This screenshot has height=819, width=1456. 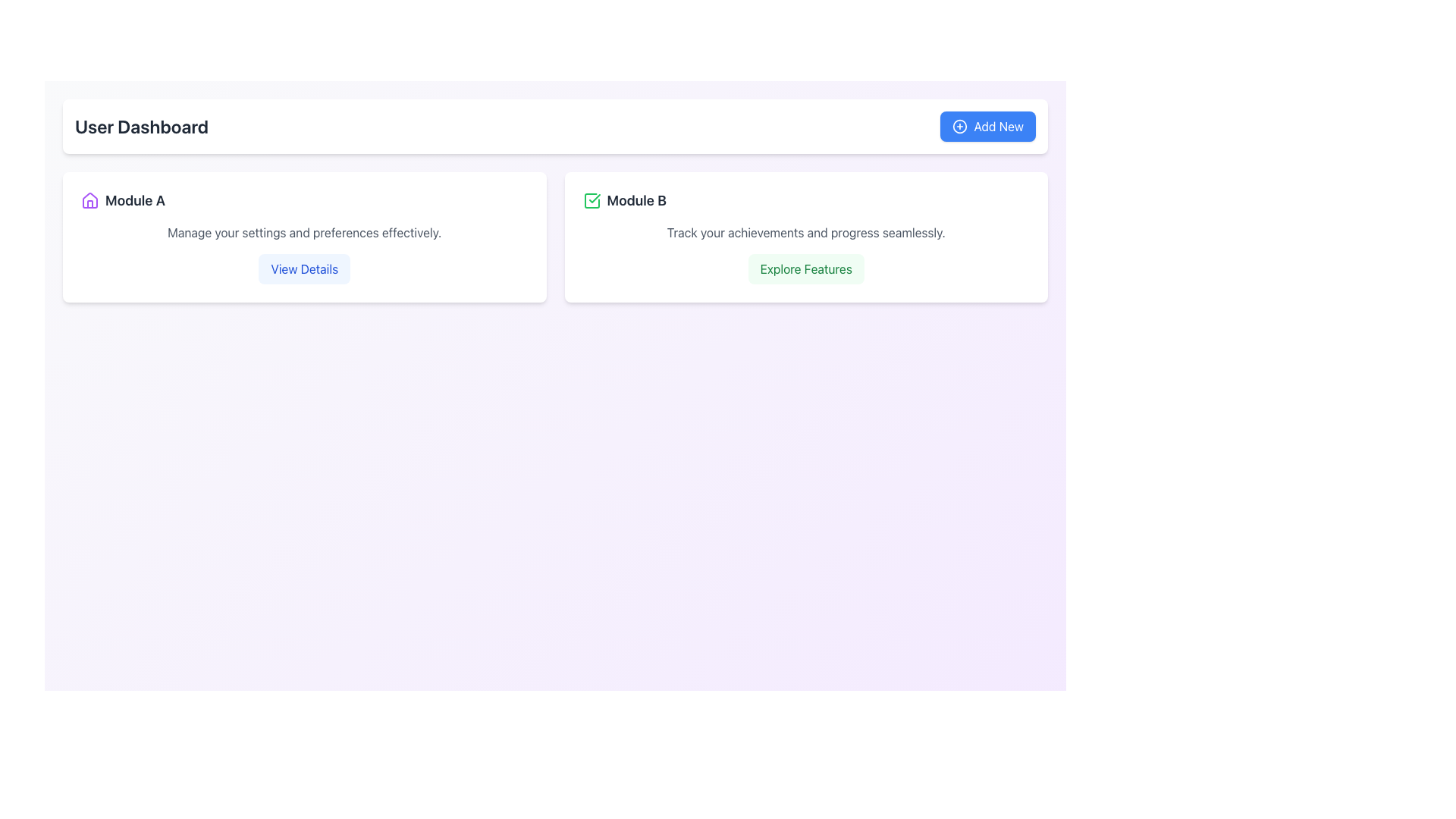 I want to click on the icon indicating the completed or activated state related to 'Module B', positioned to the left of the label 'Module B', so click(x=591, y=200).